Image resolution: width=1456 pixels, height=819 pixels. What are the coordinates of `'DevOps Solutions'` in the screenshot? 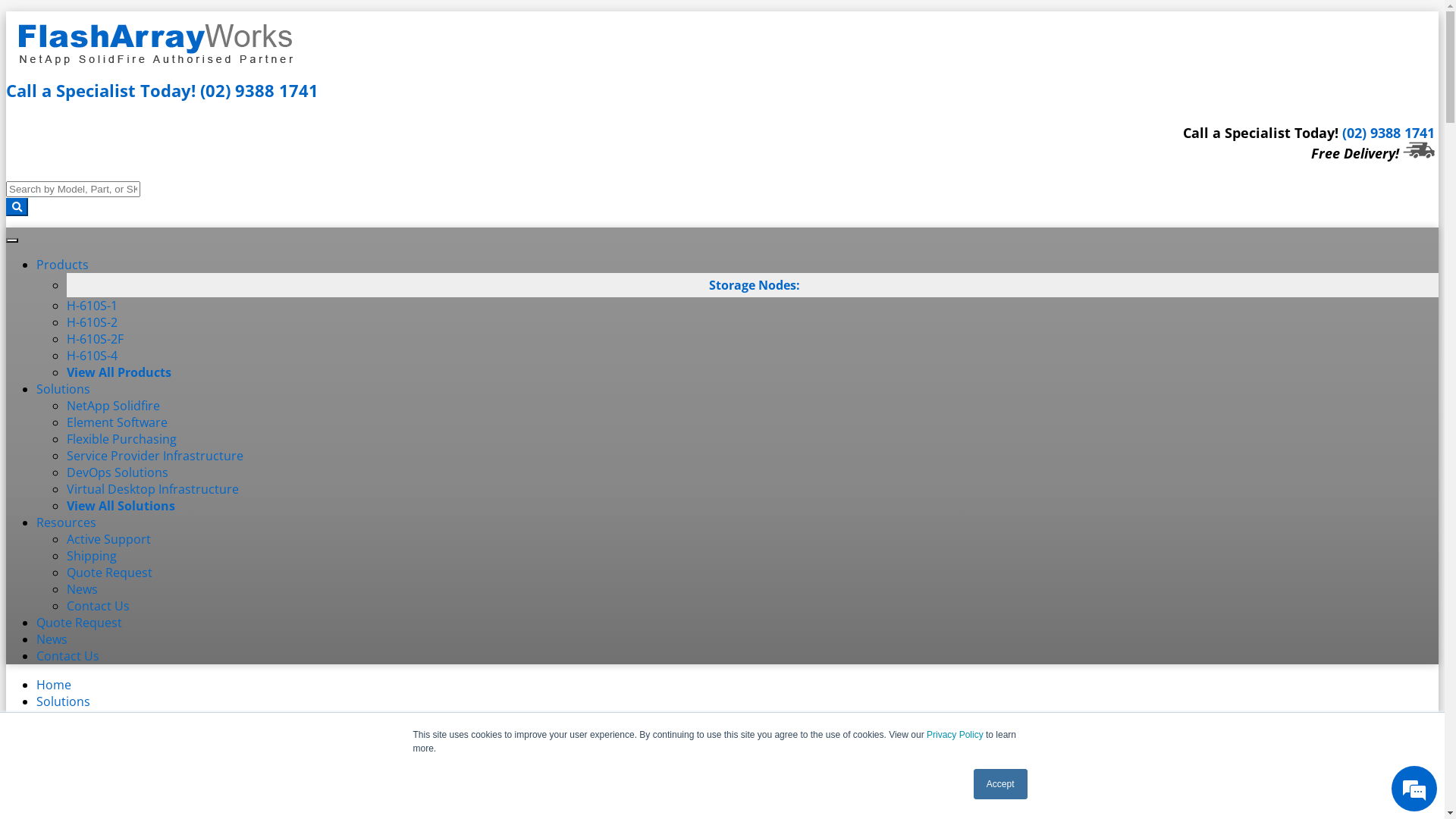 It's located at (116, 472).